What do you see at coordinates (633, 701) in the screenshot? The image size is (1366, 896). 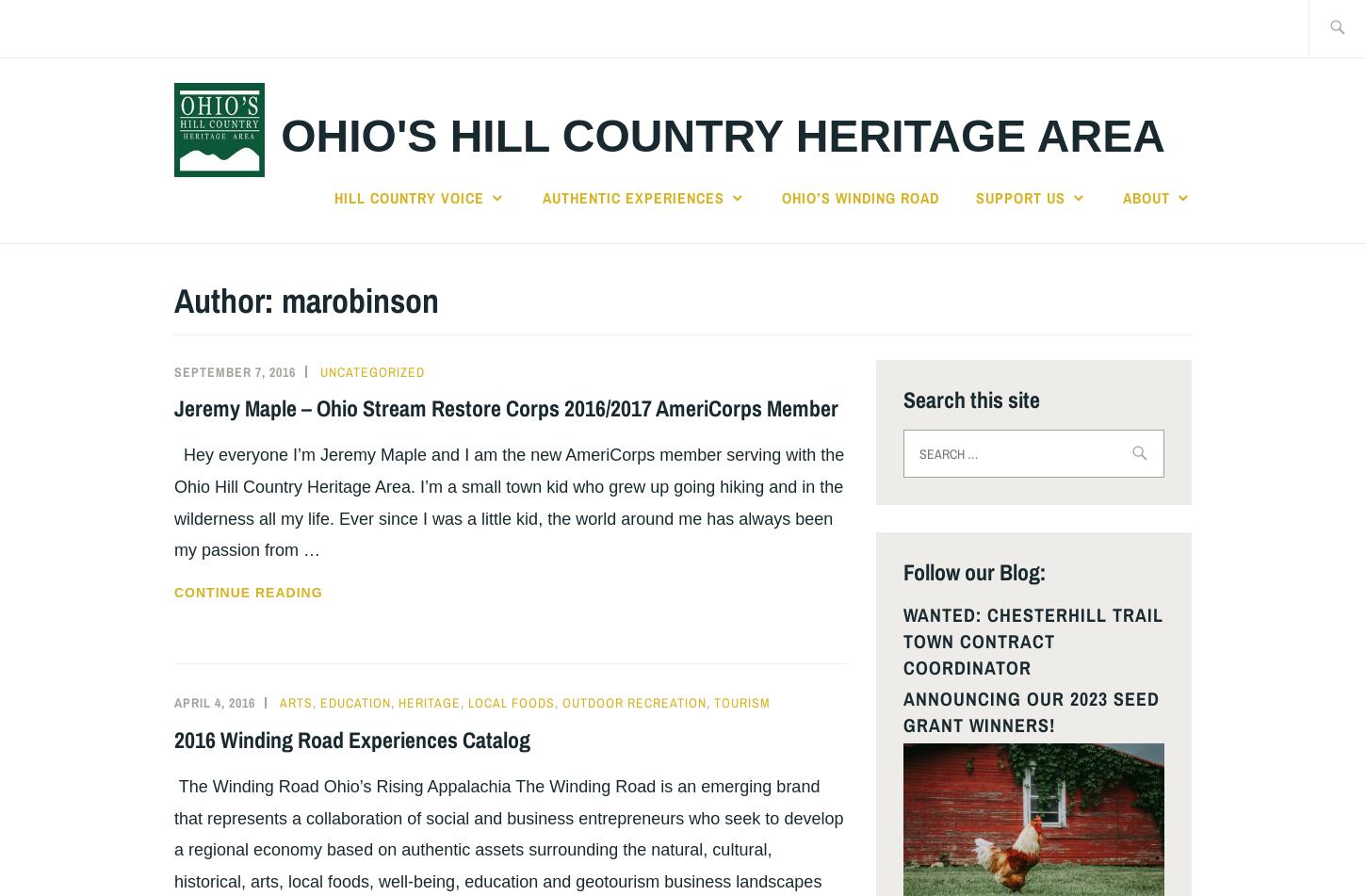 I see `'Outdoor Recreation'` at bounding box center [633, 701].